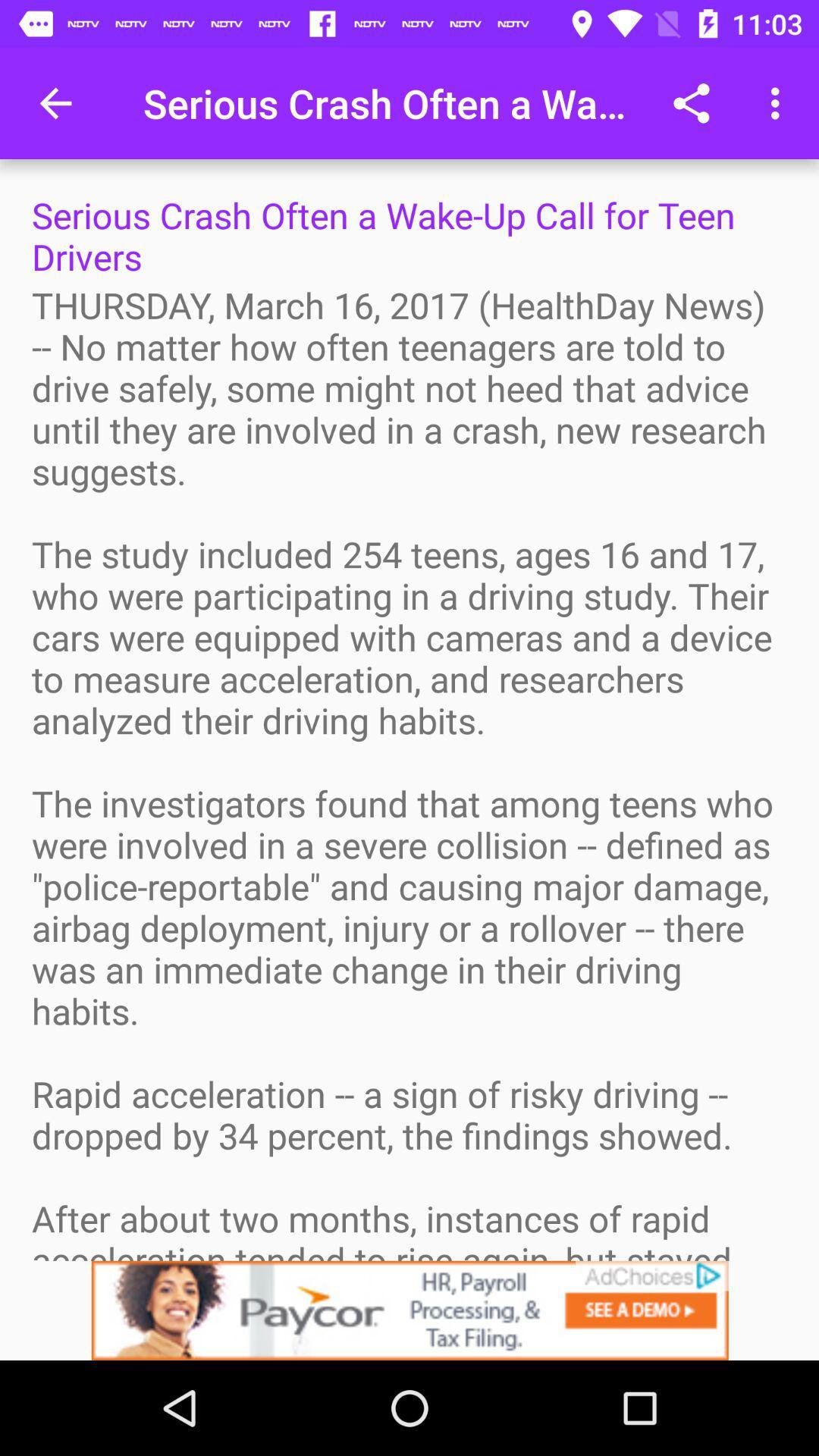 The image size is (819, 1456). I want to click on advertisement, so click(409, 1310).